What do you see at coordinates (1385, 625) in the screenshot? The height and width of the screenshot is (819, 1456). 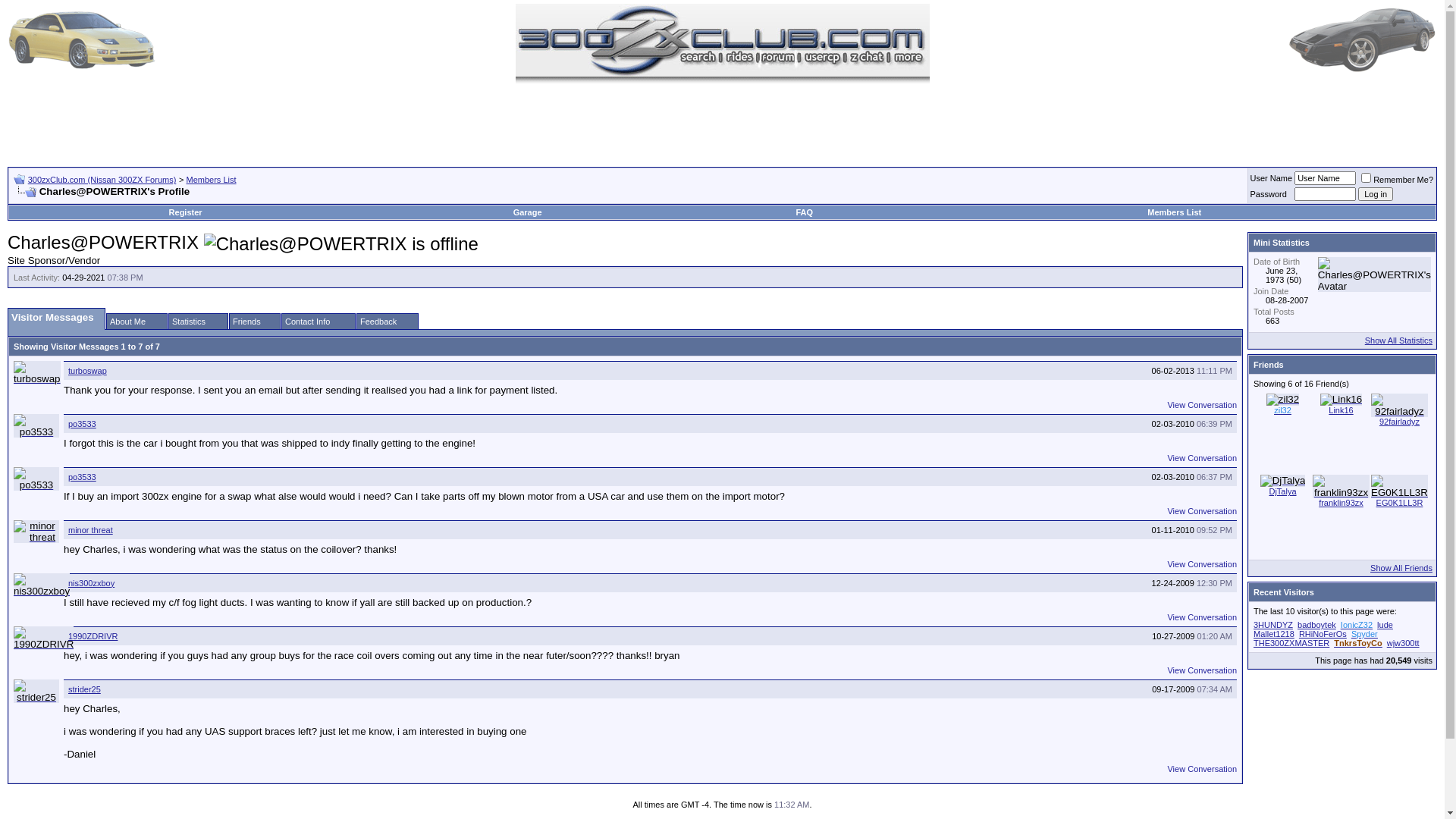 I see `'lude'` at bounding box center [1385, 625].